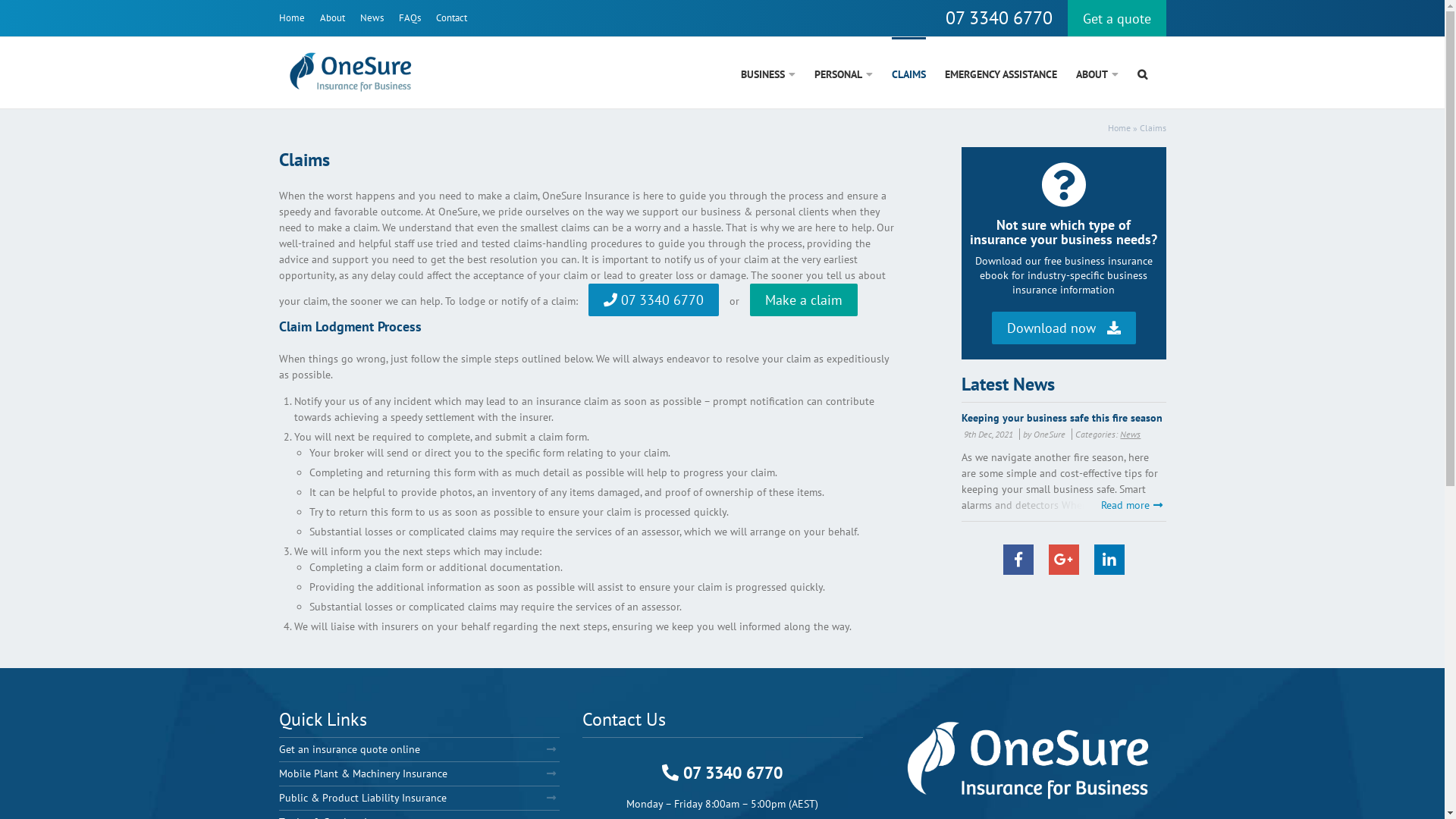  Describe the element at coordinates (1096, 72) in the screenshot. I see `'ABOUT'` at that location.